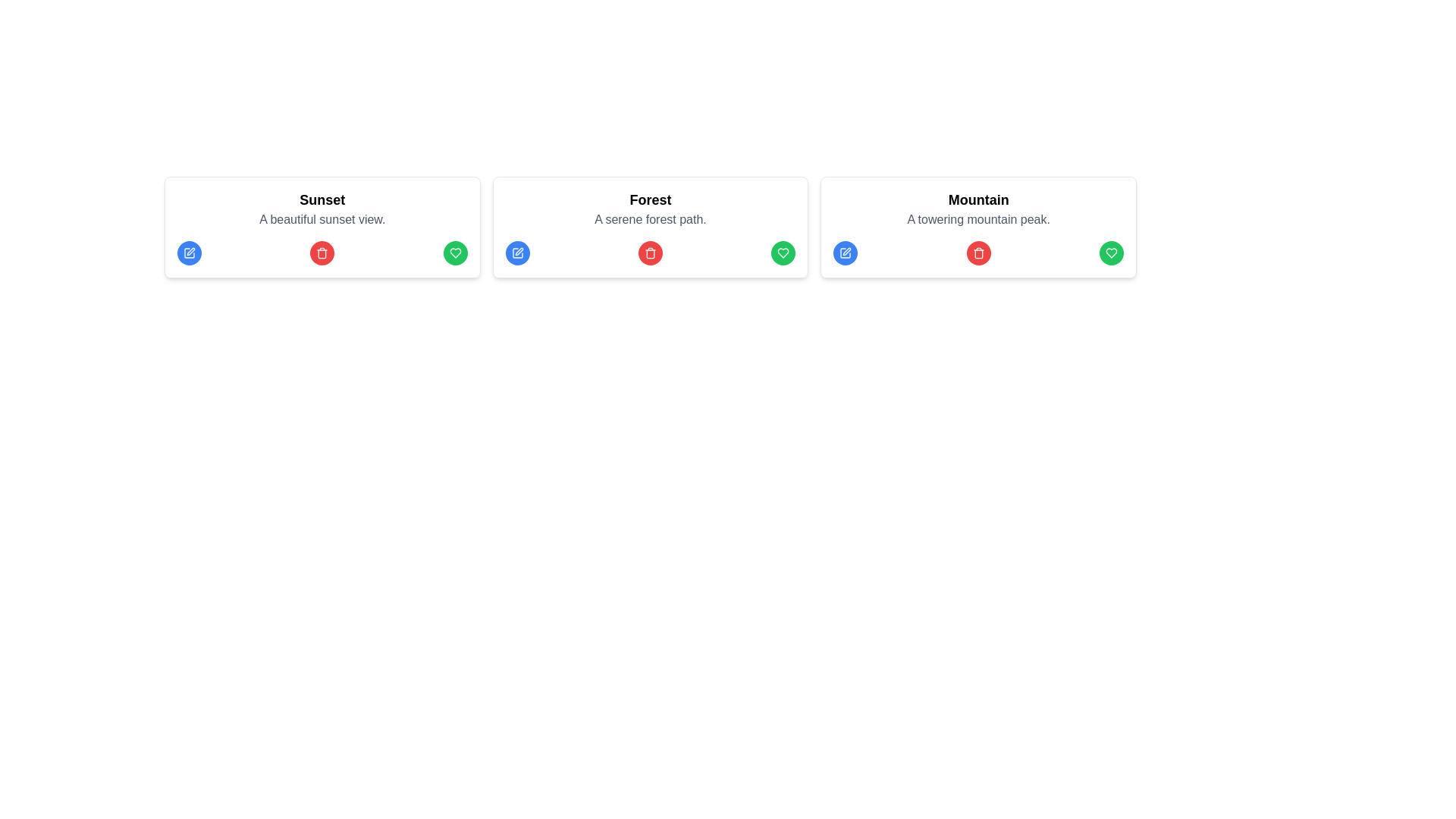 The height and width of the screenshot is (819, 1456). I want to click on textual information within the card component titled 'Sunset', which includes a bold title and a gray subtitle, so click(322, 227).